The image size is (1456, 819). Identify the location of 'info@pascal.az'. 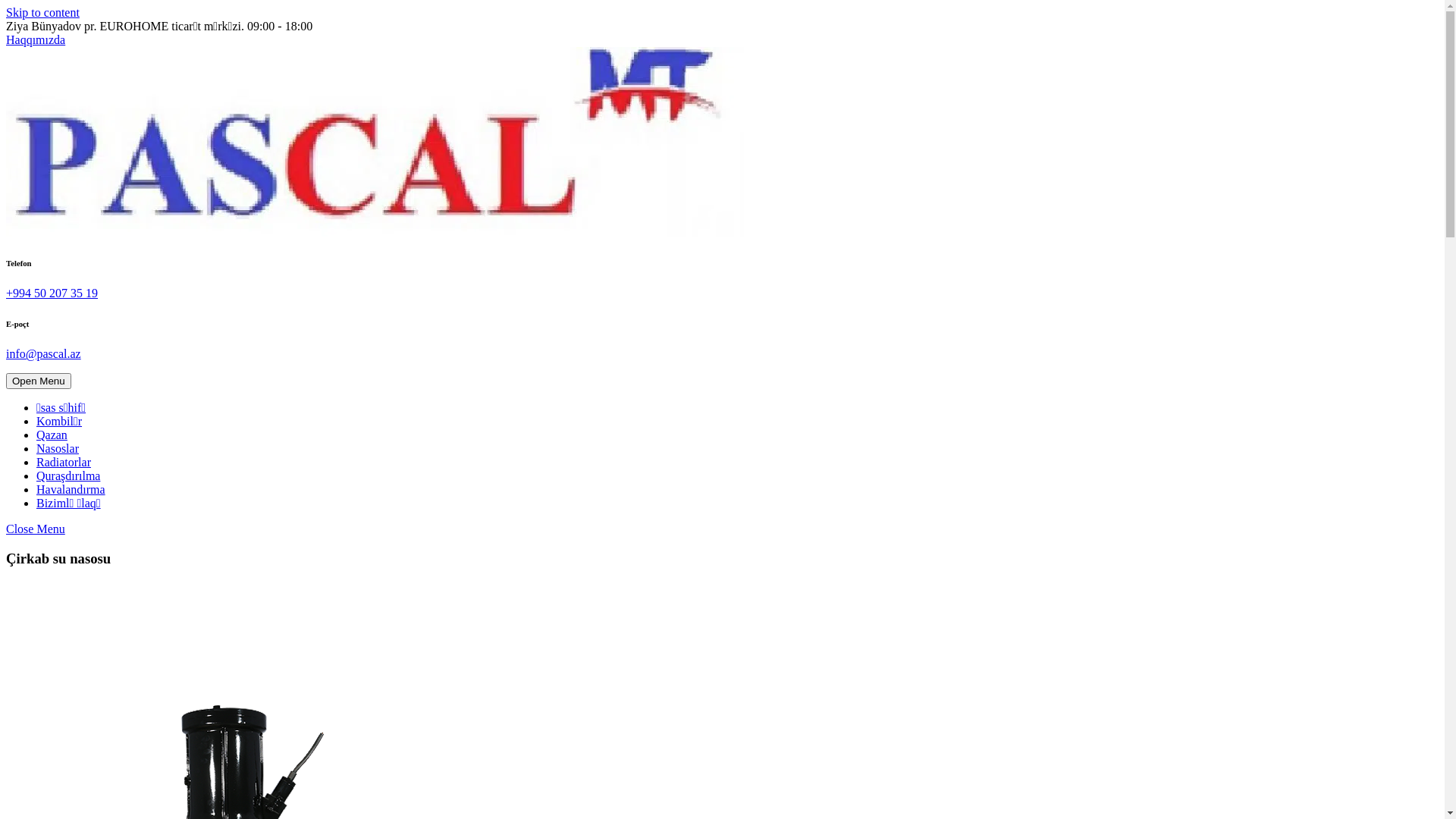
(43, 353).